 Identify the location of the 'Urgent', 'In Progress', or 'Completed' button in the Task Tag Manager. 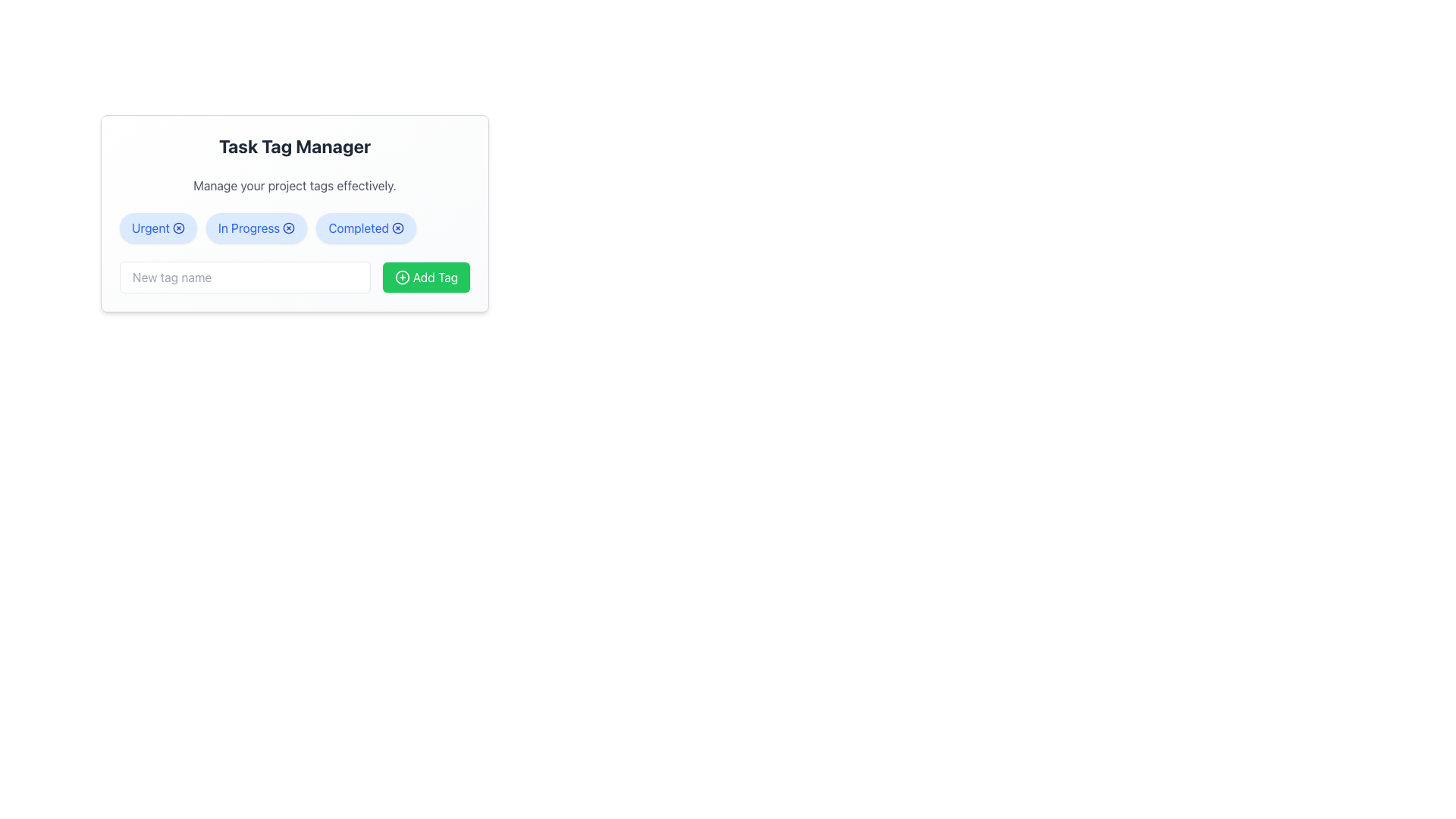
(294, 227).